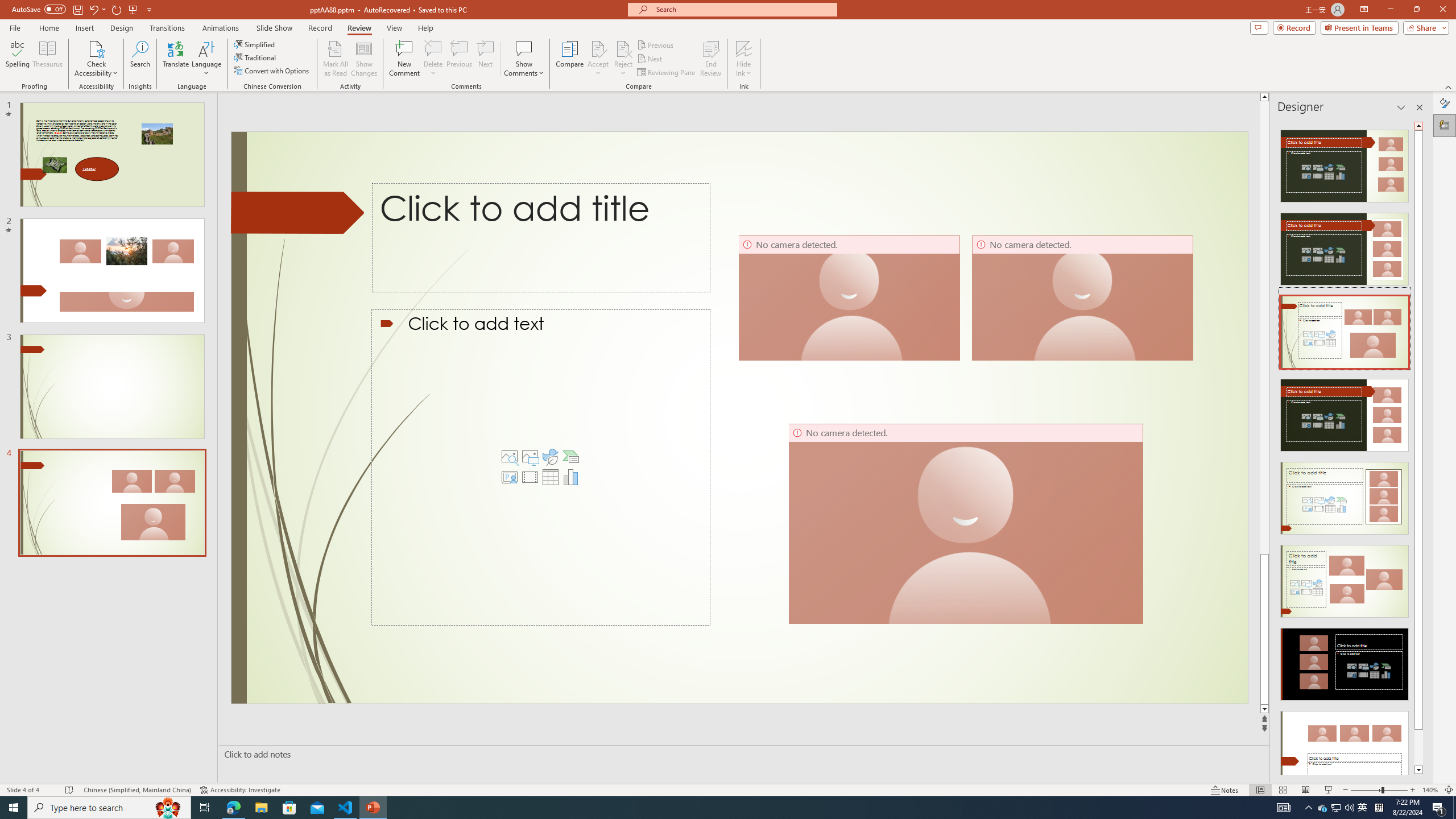 The height and width of the screenshot is (819, 1456). What do you see at coordinates (433, 48) in the screenshot?
I see `'Delete'` at bounding box center [433, 48].